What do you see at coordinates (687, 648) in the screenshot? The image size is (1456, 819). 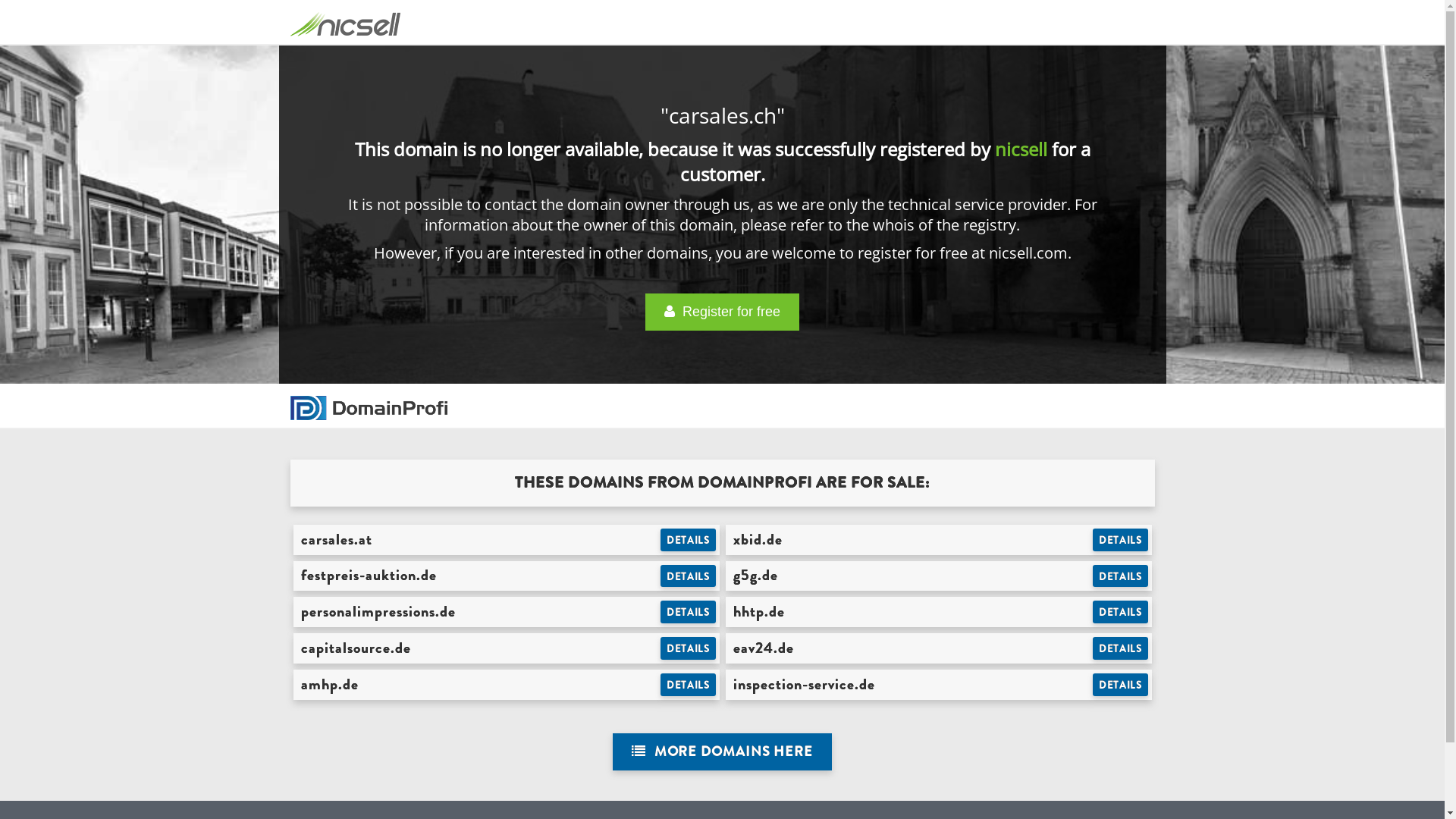 I see `'DETAILS'` at bounding box center [687, 648].